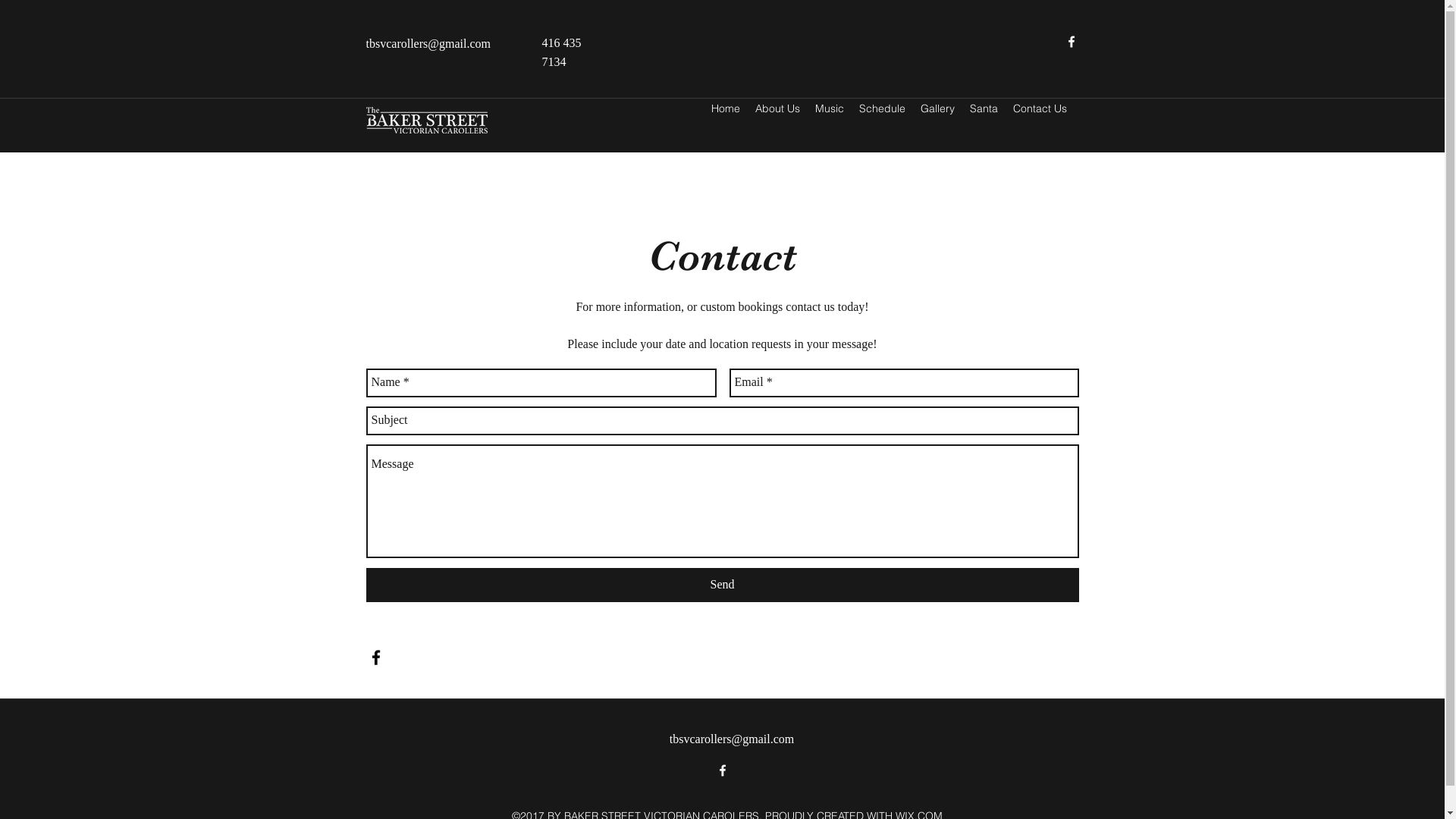  What do you see at coordinates (828, 107) in the screenshot?
I see `'Music'` at bounding box center [828, 107].